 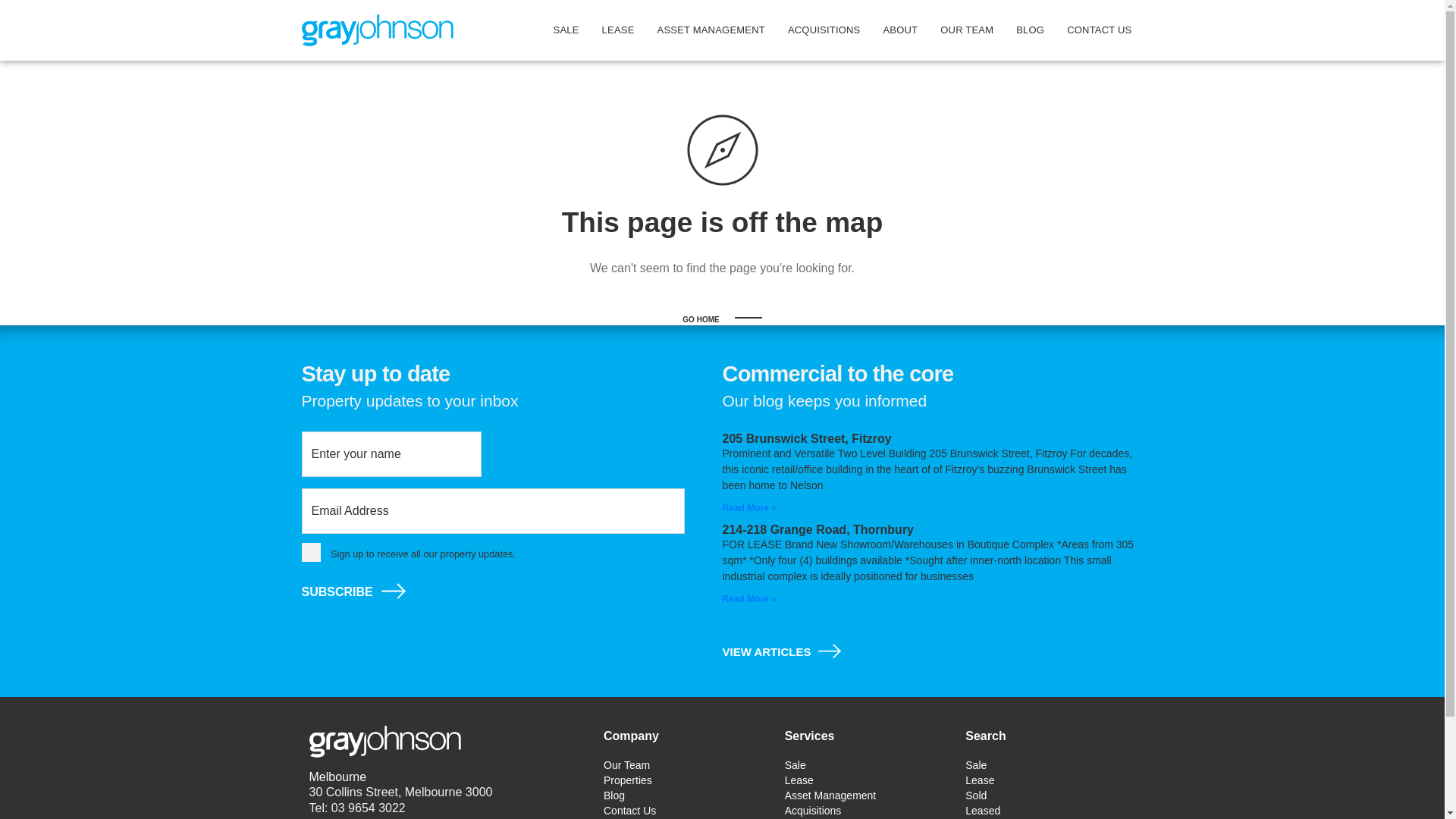 I want to click on 'SALE', so click(x=566, y=30).